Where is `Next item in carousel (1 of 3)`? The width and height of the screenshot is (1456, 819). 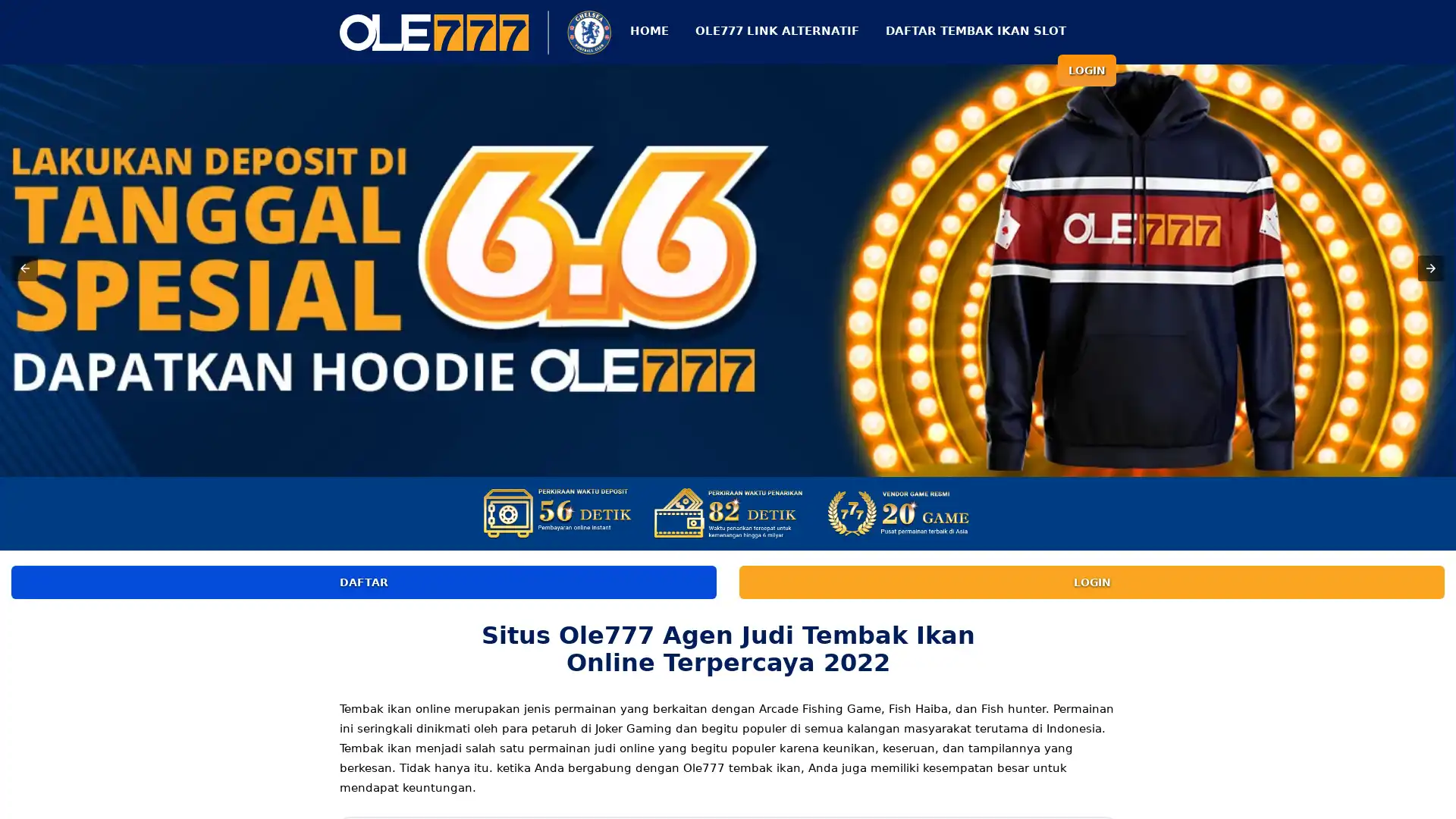 Next item in carousel (1 of 3) is located at coordinates (1429, 268).